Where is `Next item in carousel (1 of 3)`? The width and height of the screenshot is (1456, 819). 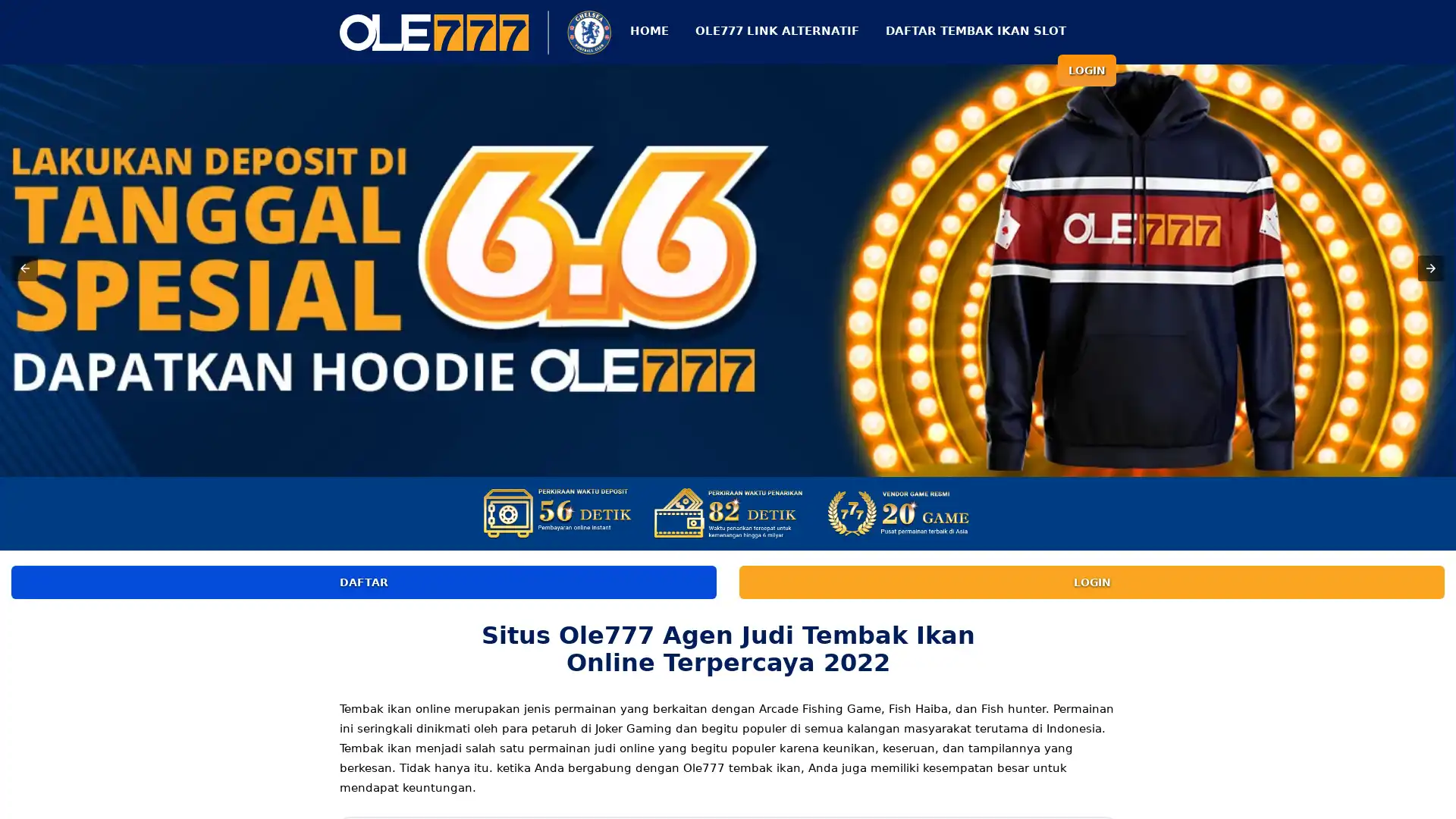 Next item in carousel (1 of 3) is located at coordinates (1429, 268).